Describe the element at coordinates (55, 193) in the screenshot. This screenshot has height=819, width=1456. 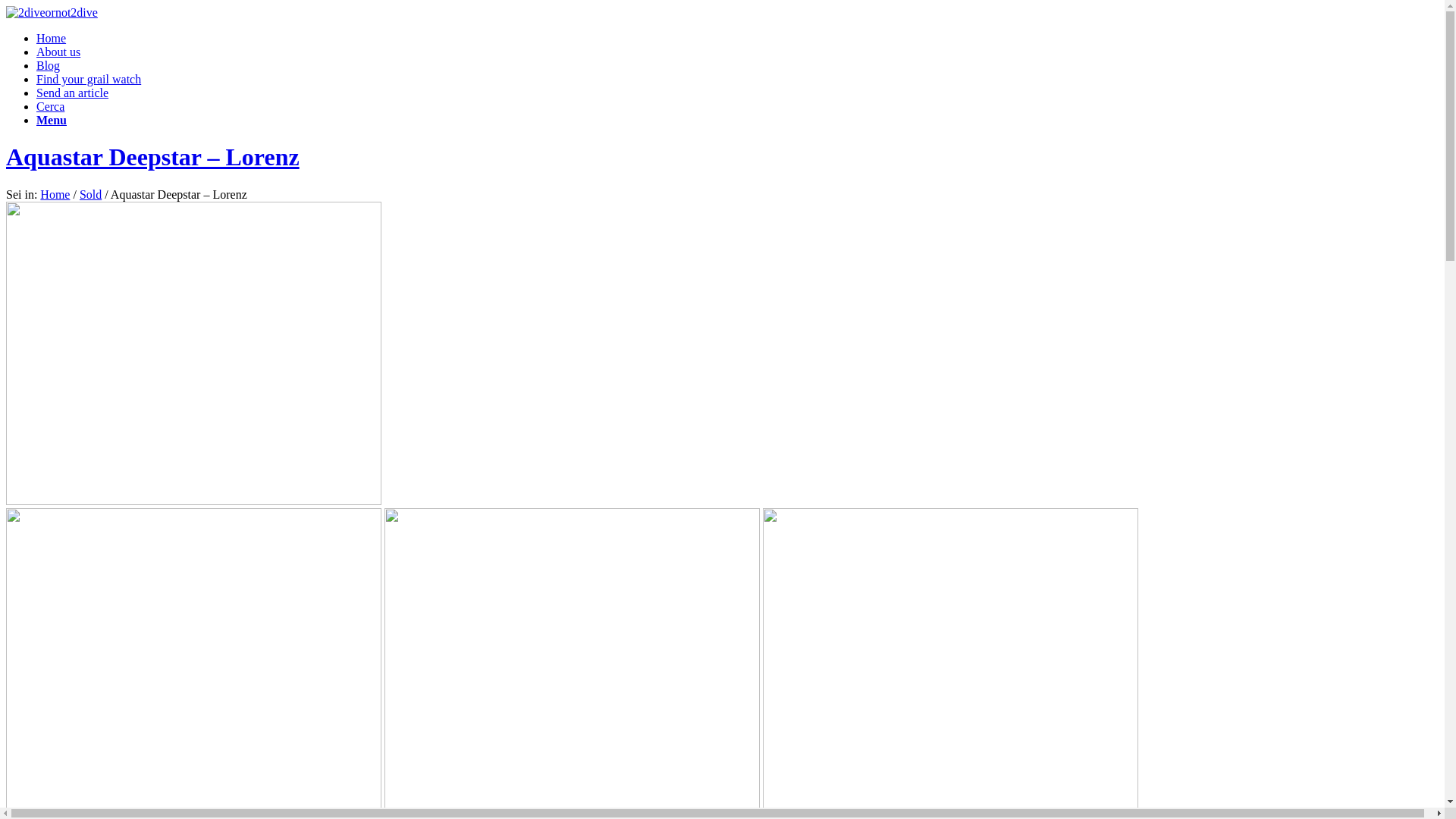
I see `'Home'` at that location.